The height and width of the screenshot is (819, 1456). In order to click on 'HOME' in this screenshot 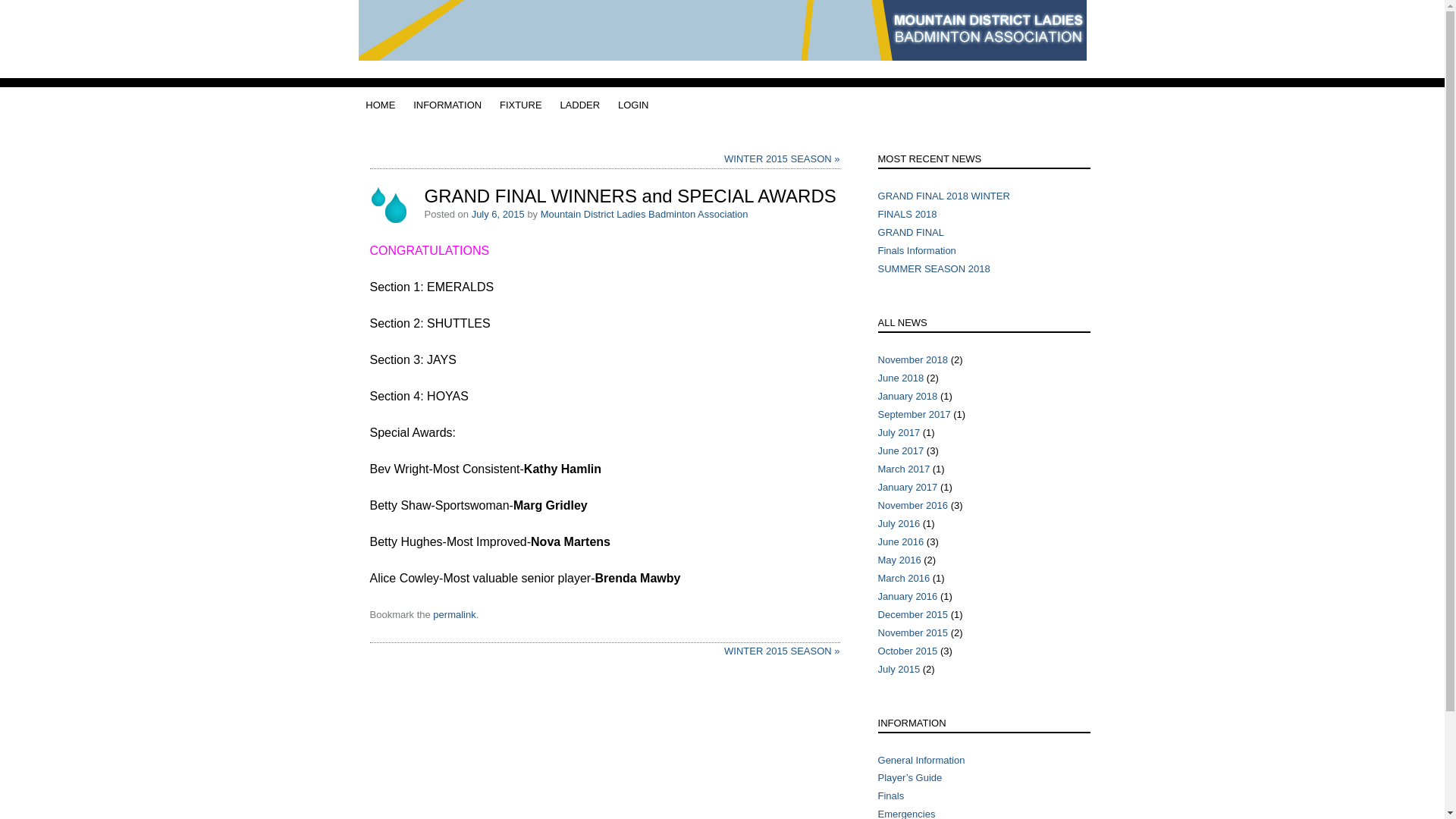, I will do `click(365, 104)`.